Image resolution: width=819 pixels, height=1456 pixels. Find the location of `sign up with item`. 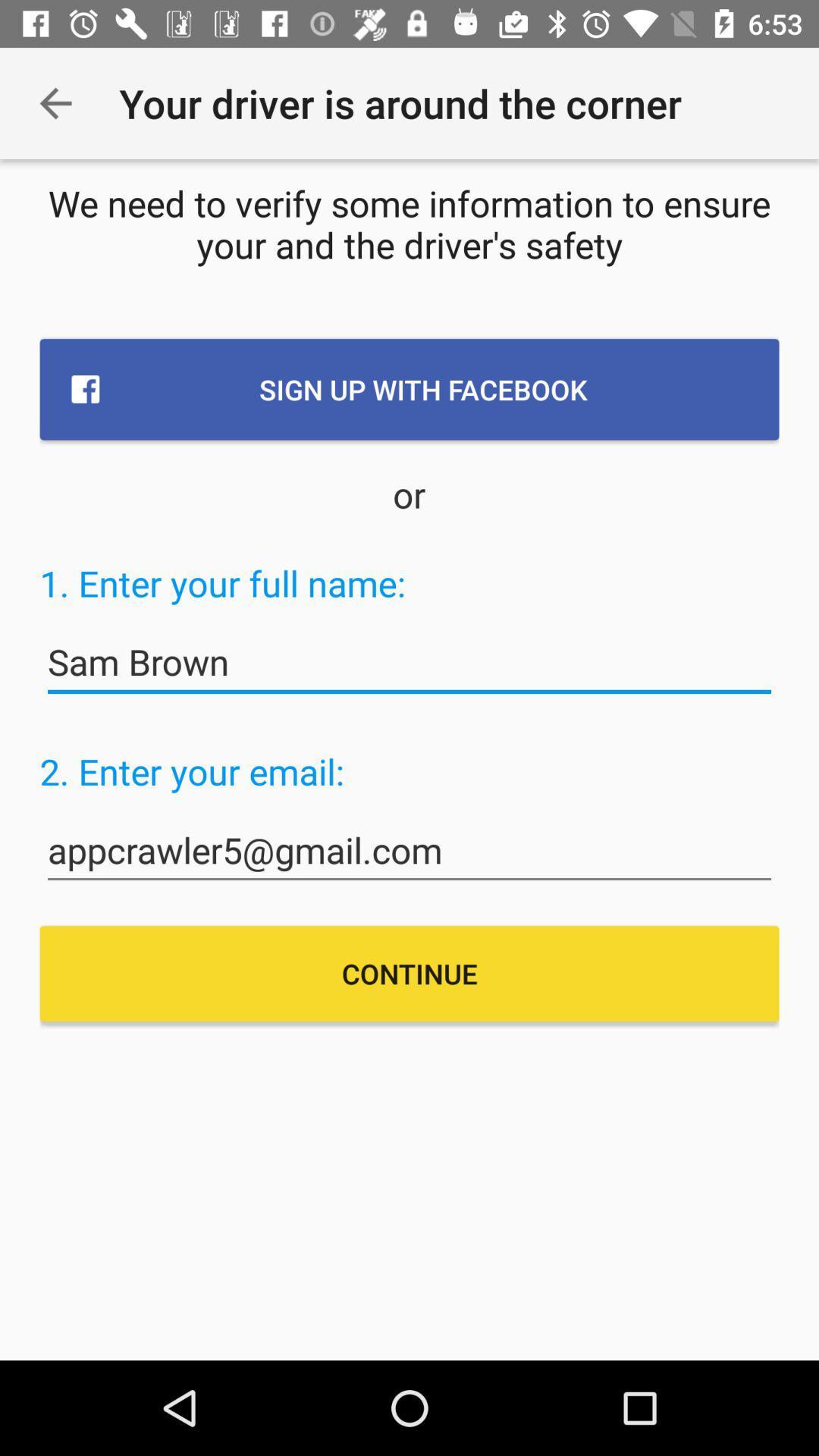

sign up with item is located at coordinates (409, 389).